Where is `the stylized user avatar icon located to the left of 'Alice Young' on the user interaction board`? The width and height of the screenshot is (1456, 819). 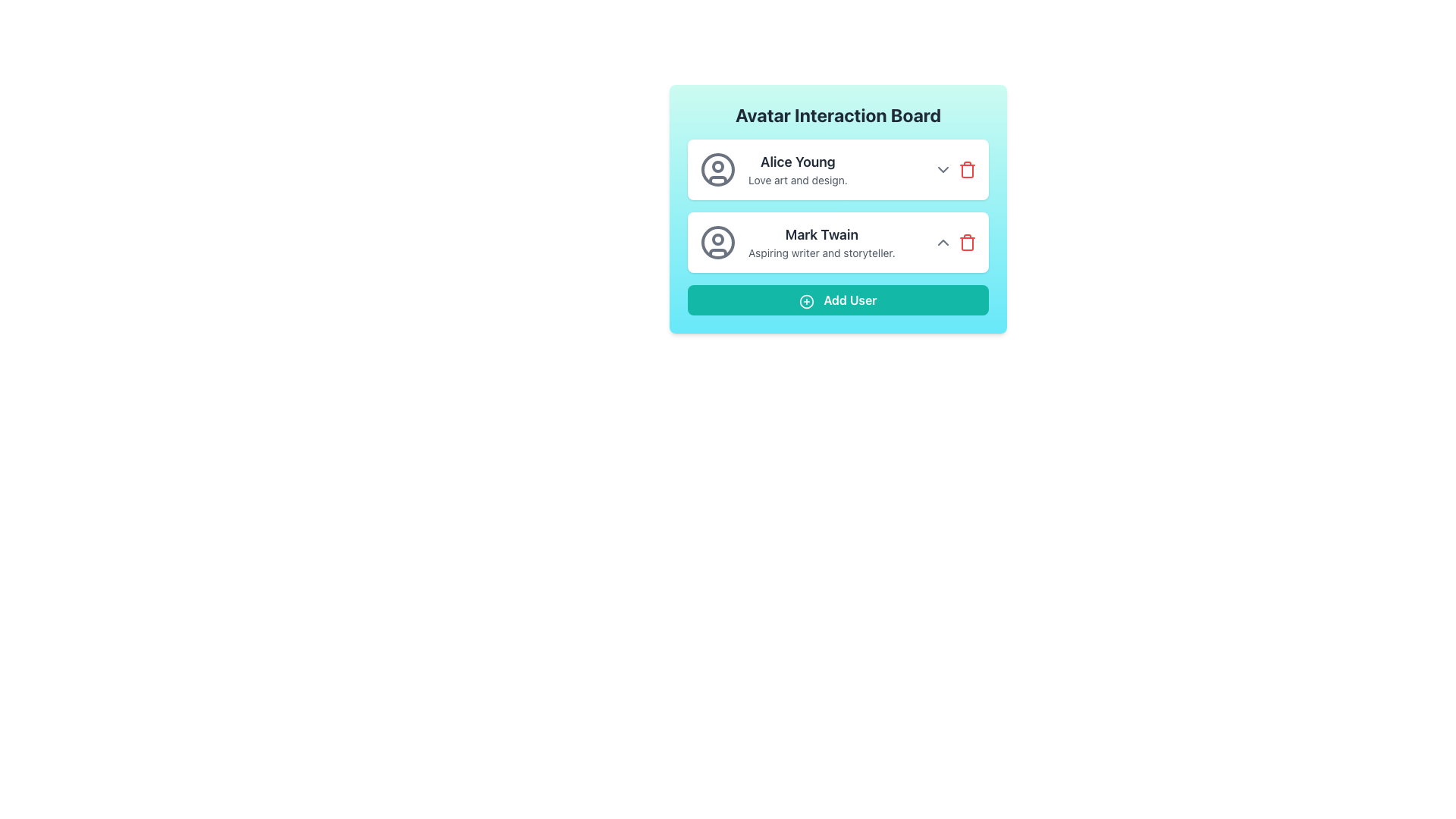 the stylized user avatar icon located to the left of 'Alice Young' on the user interaction board is located at coordinates (717, 169).